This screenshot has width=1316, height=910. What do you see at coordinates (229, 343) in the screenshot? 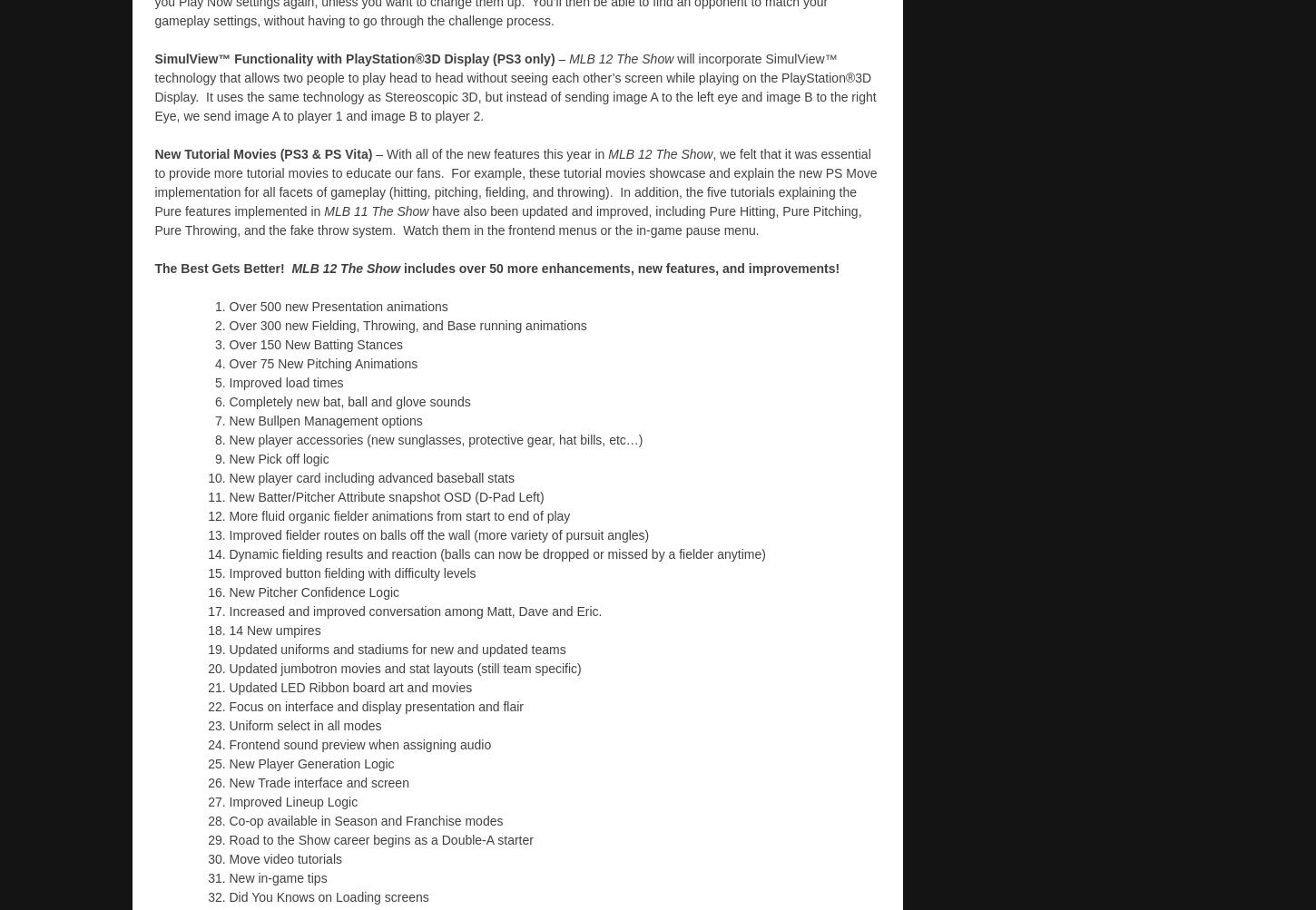
I see `'Over 150 New Batting Stances'` at bounding box center [229, 343].